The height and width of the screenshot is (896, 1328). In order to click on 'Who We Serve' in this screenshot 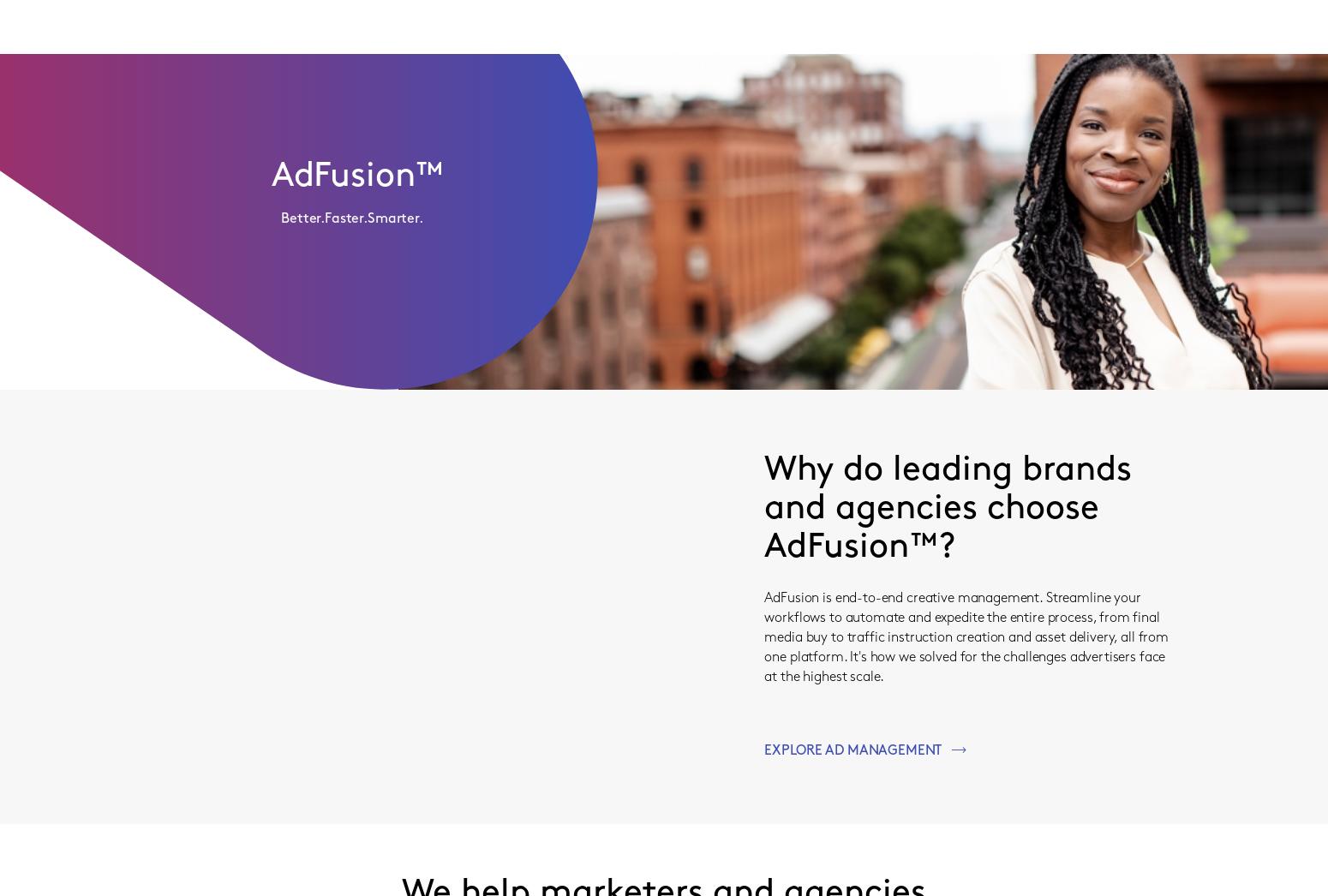, I will do `click(476, 25)`.